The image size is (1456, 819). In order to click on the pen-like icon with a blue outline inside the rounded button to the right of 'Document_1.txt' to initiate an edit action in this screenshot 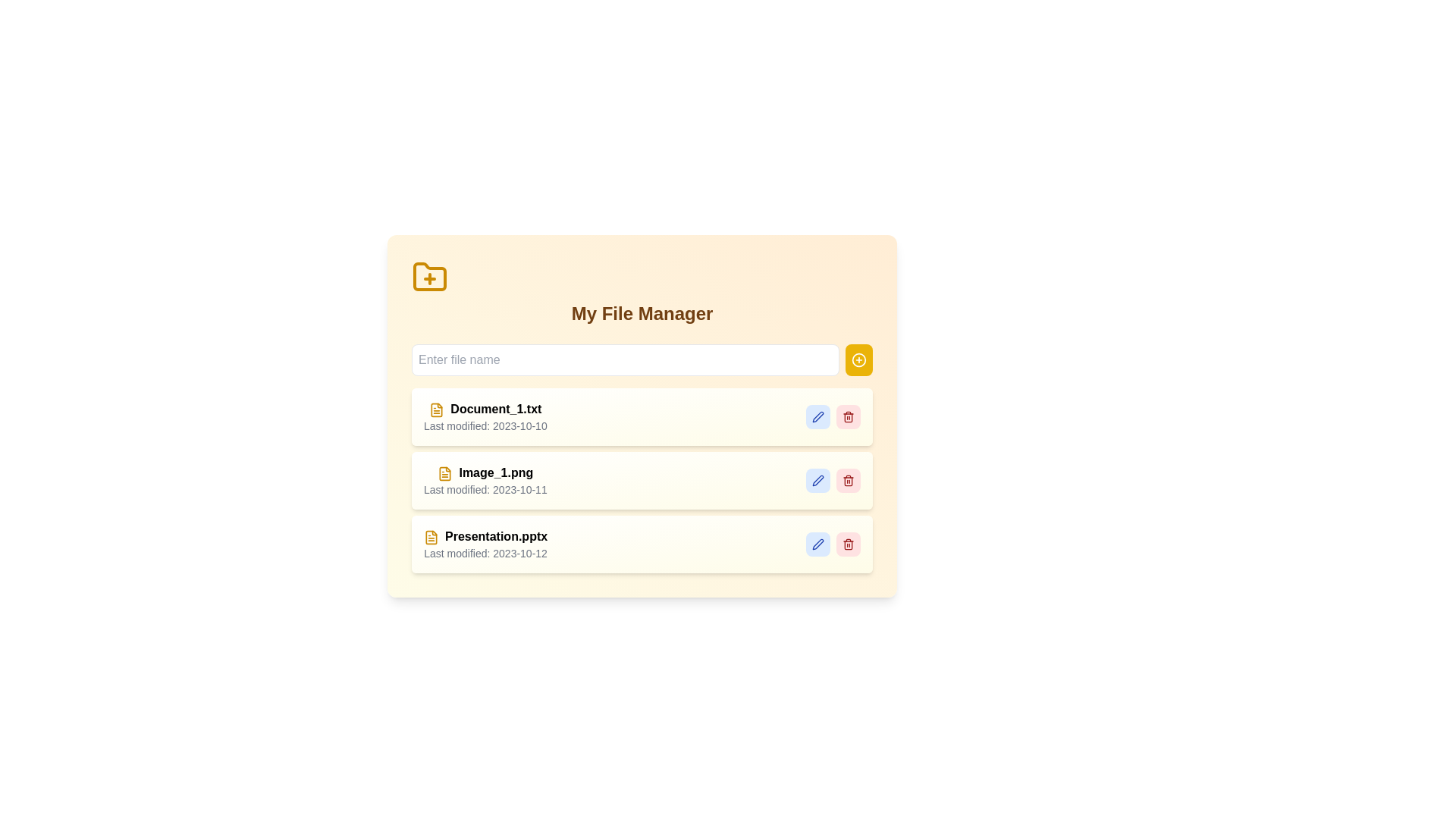, I will do `click(817, 417)`.